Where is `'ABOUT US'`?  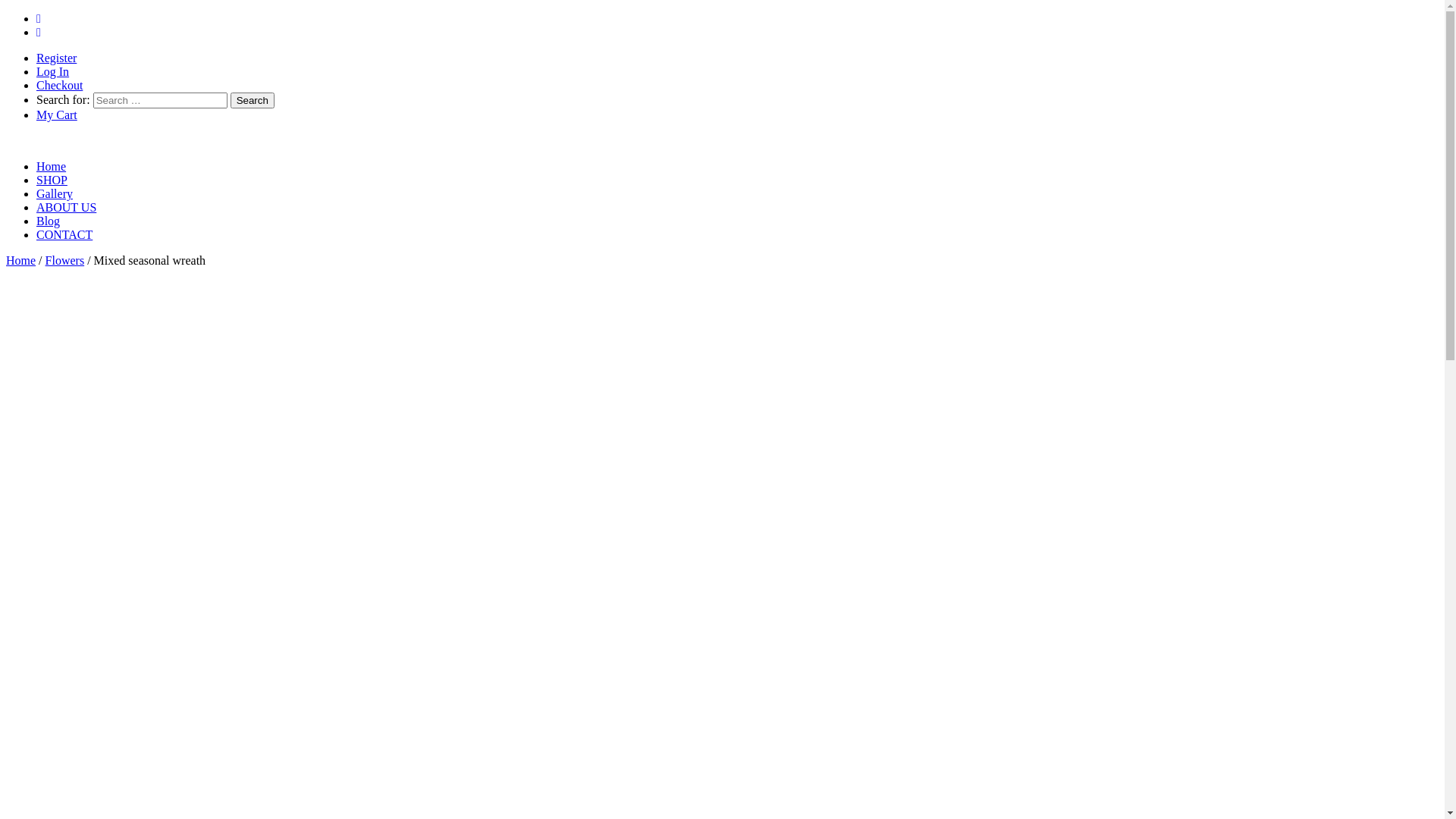 'ABOUT US' is located at coordinates (36, 207).